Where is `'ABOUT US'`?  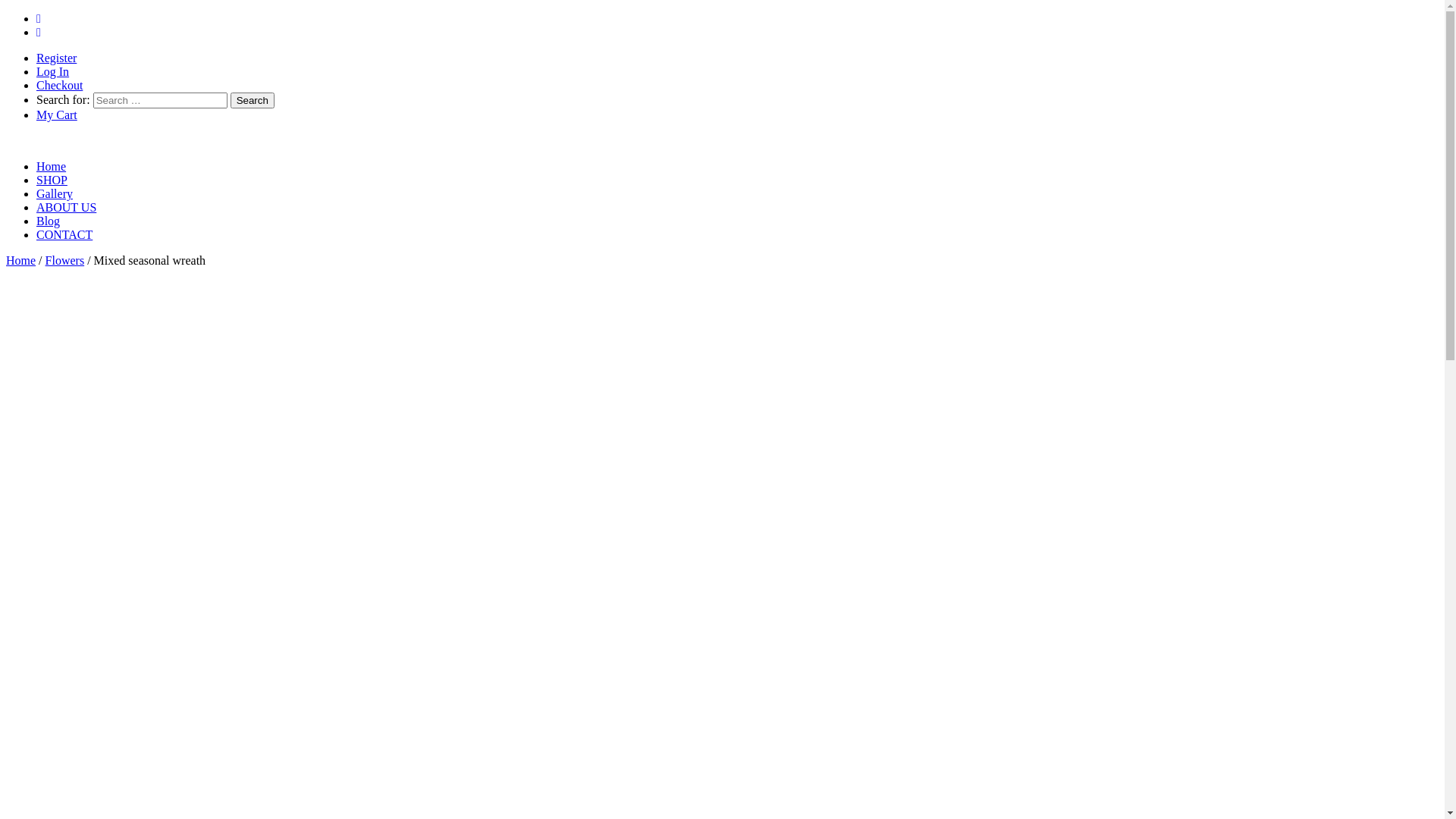 'ABOUT US' is located at coordinates (36, 207).